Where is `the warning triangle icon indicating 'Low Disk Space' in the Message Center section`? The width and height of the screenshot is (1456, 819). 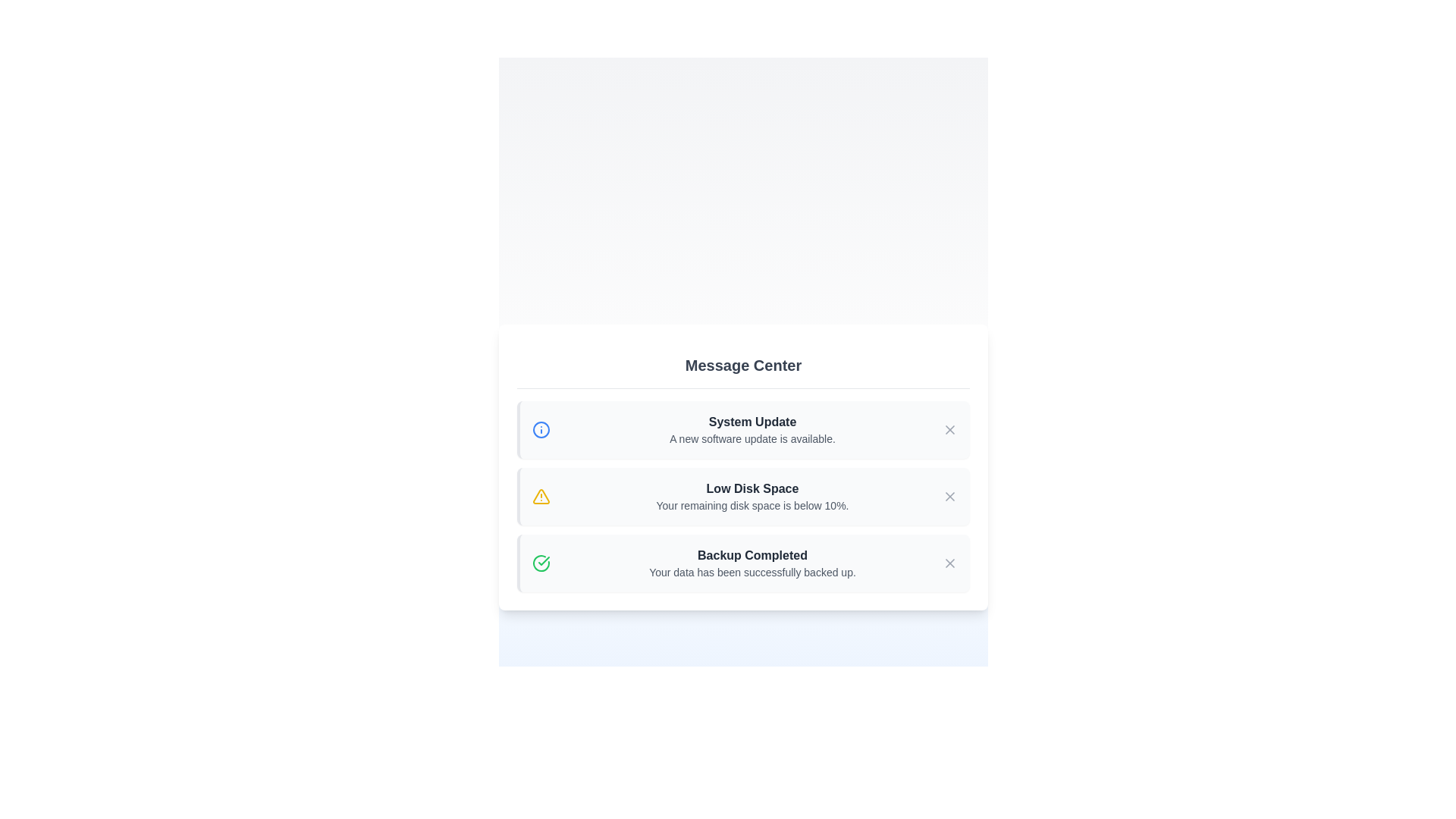 the warning triangle icon indicating 'Low Disk Space' in the Message Center section is located at coordinates (541, 496).